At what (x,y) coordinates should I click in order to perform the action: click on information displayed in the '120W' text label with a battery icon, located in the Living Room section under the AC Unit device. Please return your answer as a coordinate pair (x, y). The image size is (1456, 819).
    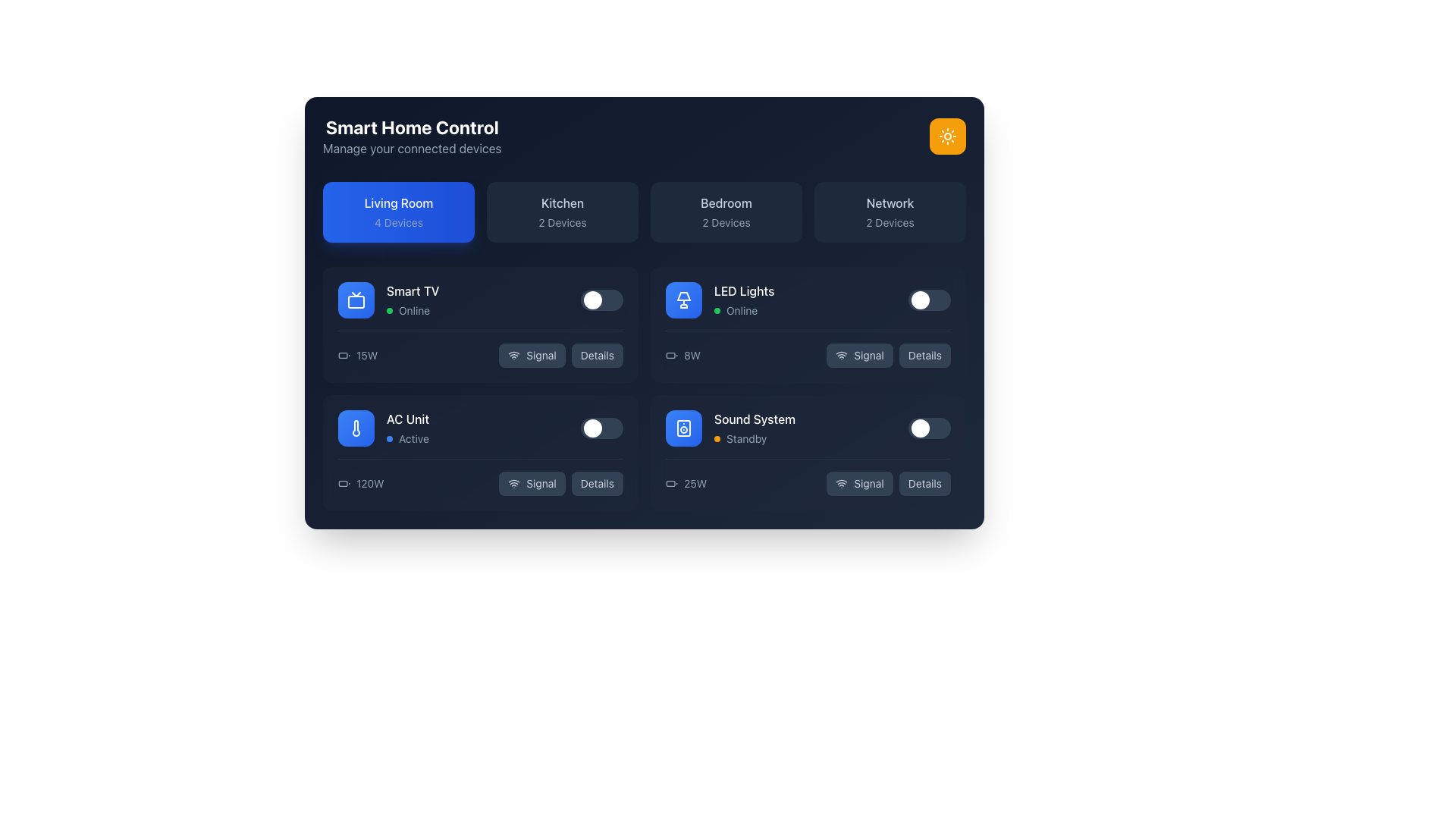
    Looking at the image, I should click on (360, 483).